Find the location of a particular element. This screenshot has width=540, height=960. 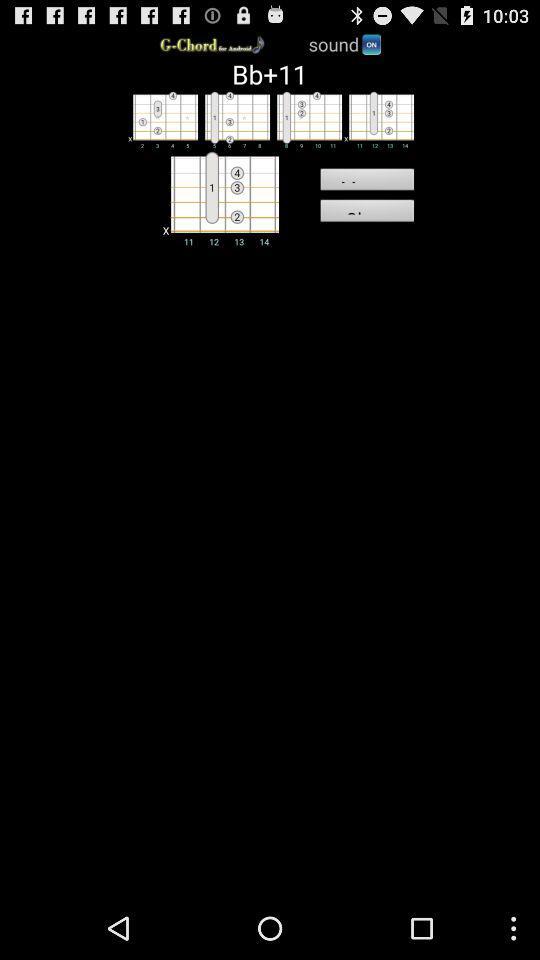

item below the memo is located at coordinates (366, 213).